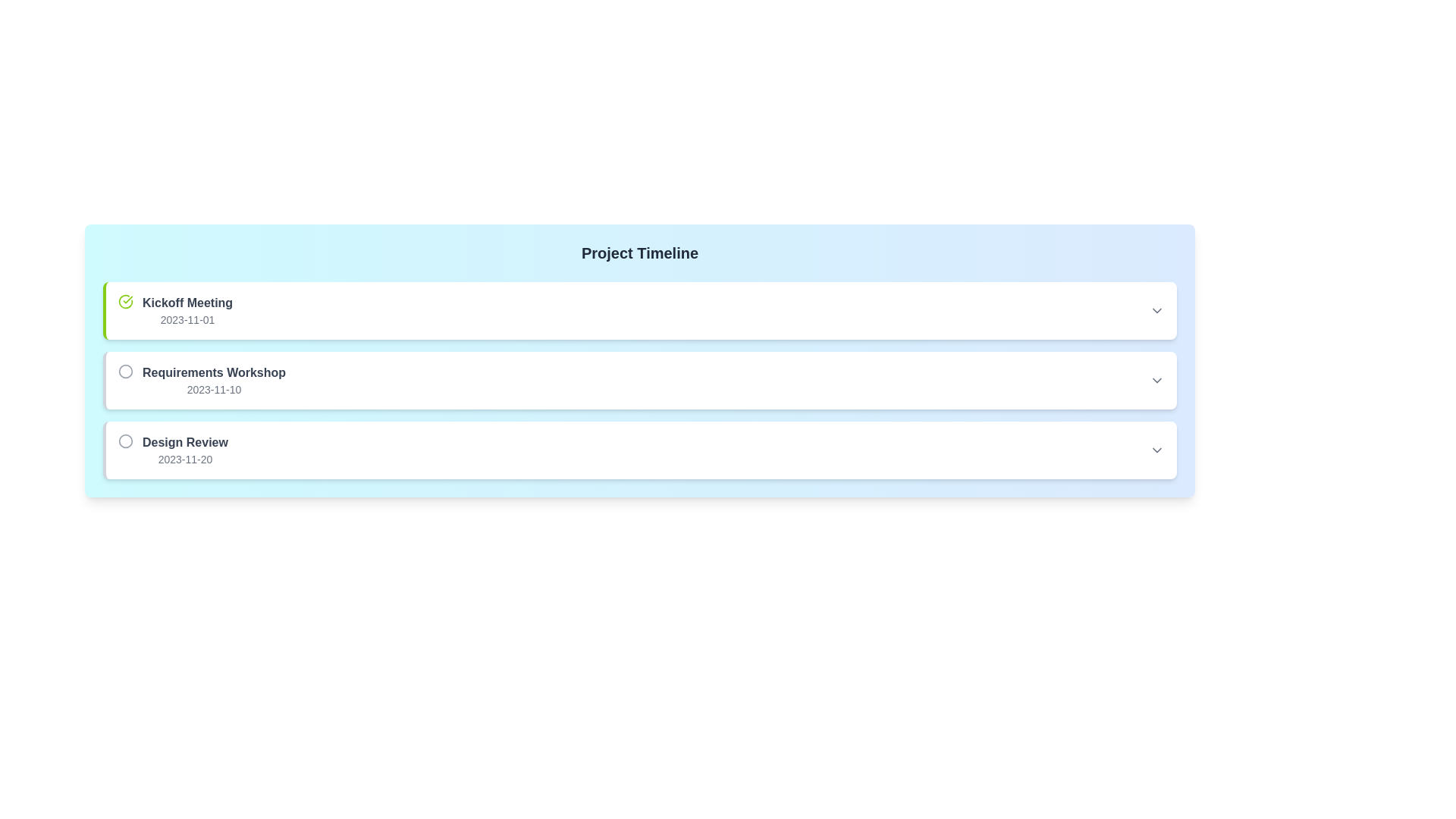 This screenshot has height=819, width=1456. I want to click on the Text label displaying the title of the timeline entry associated with 'Design Review' dated '2023-11-20', so click(184, 442).